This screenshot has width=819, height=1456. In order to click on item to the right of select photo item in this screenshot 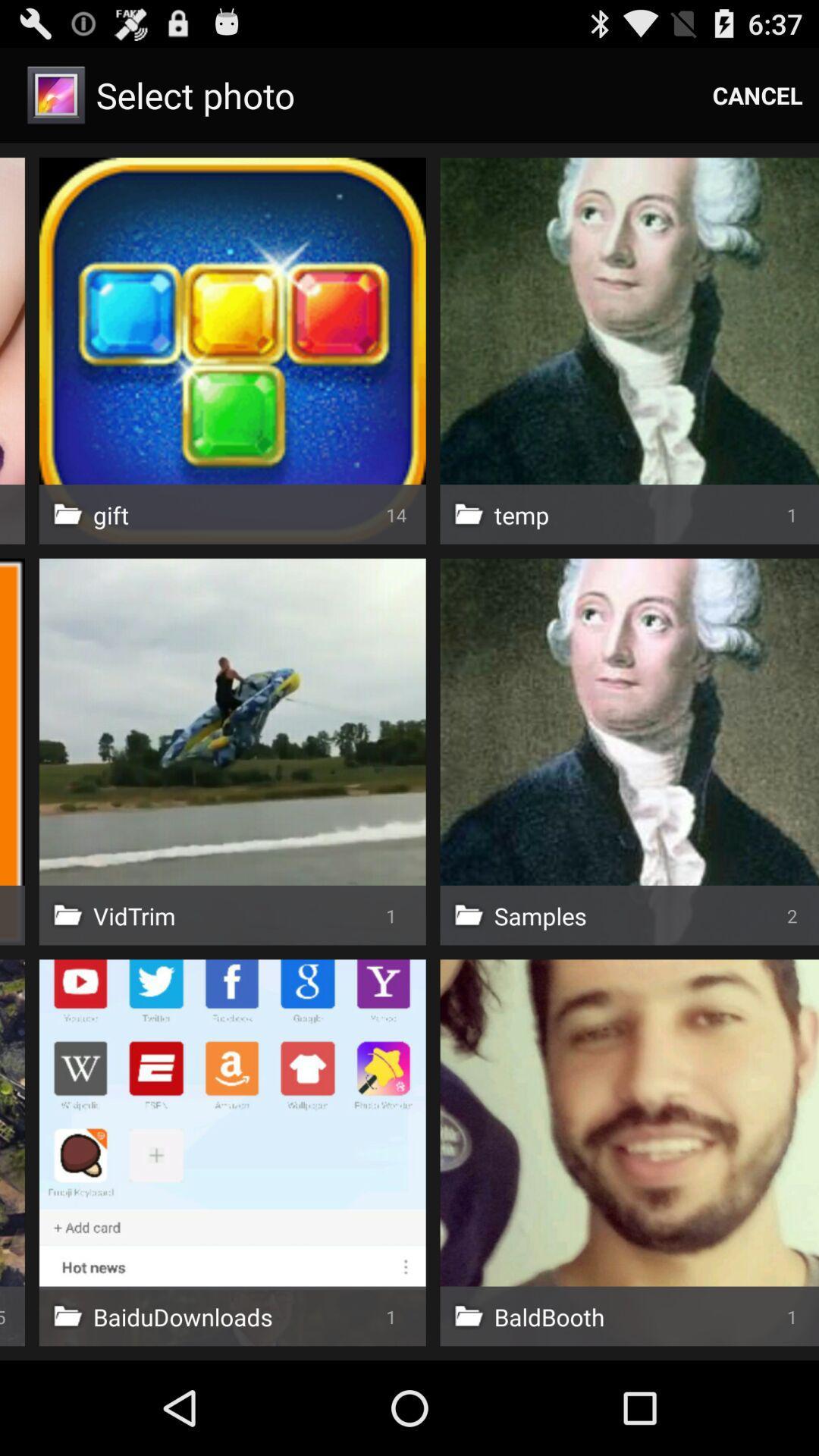, I will do `click(758, 94)`.